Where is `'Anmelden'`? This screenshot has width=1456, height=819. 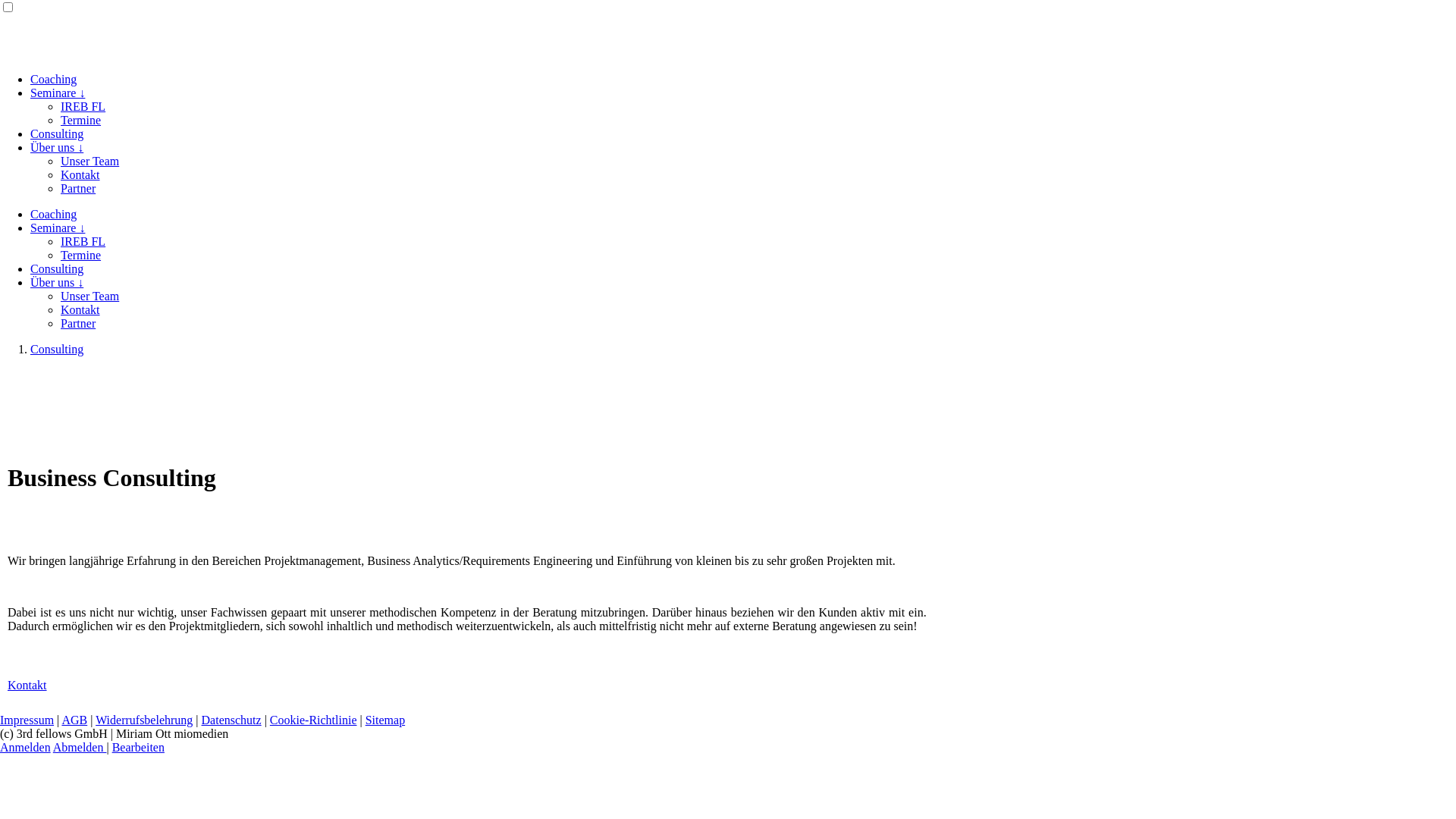 'Anmelden' is located at coordinates (25, 746).